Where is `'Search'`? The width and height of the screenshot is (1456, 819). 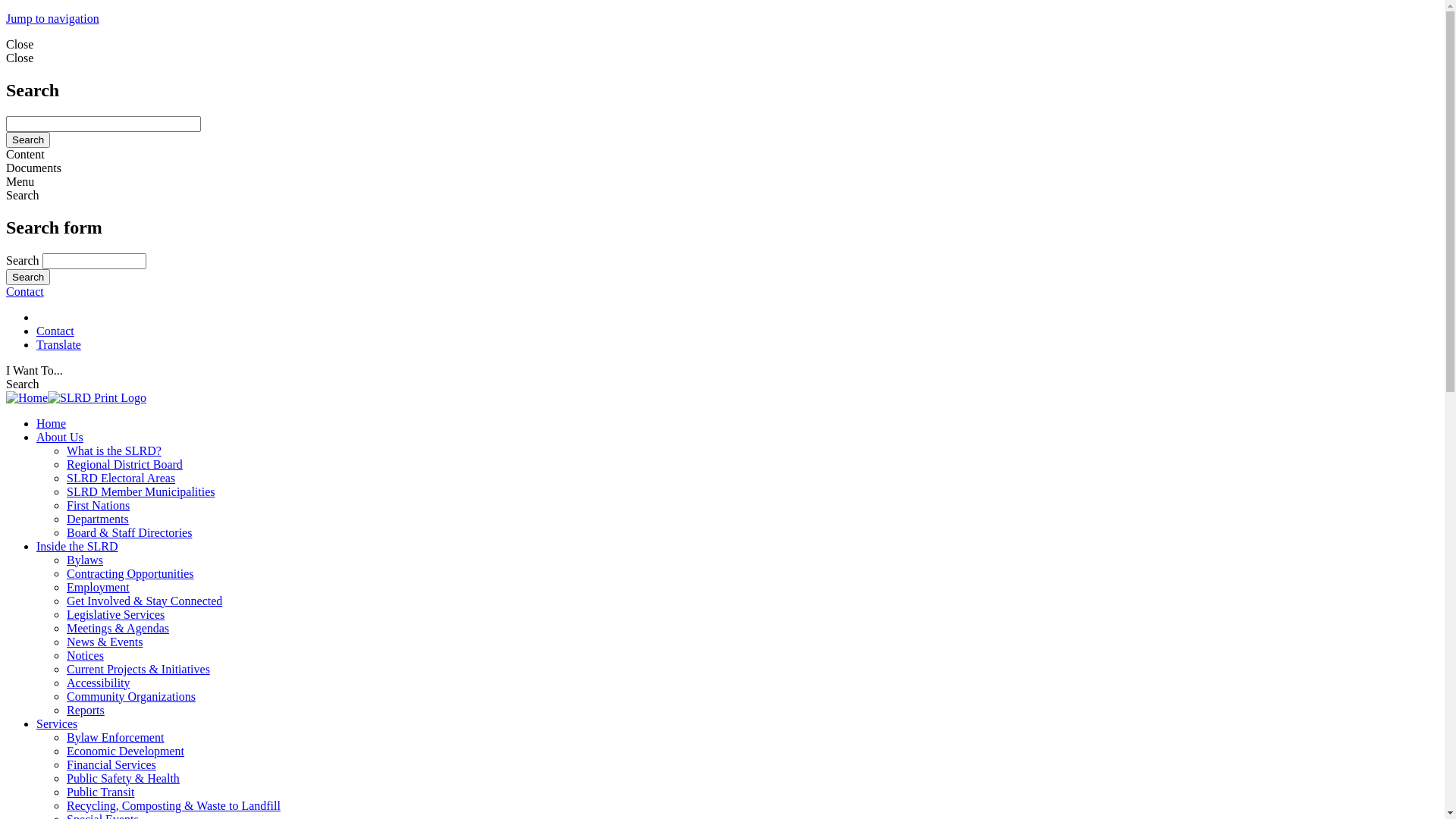
'Search' is located at coordinates (28, 140).